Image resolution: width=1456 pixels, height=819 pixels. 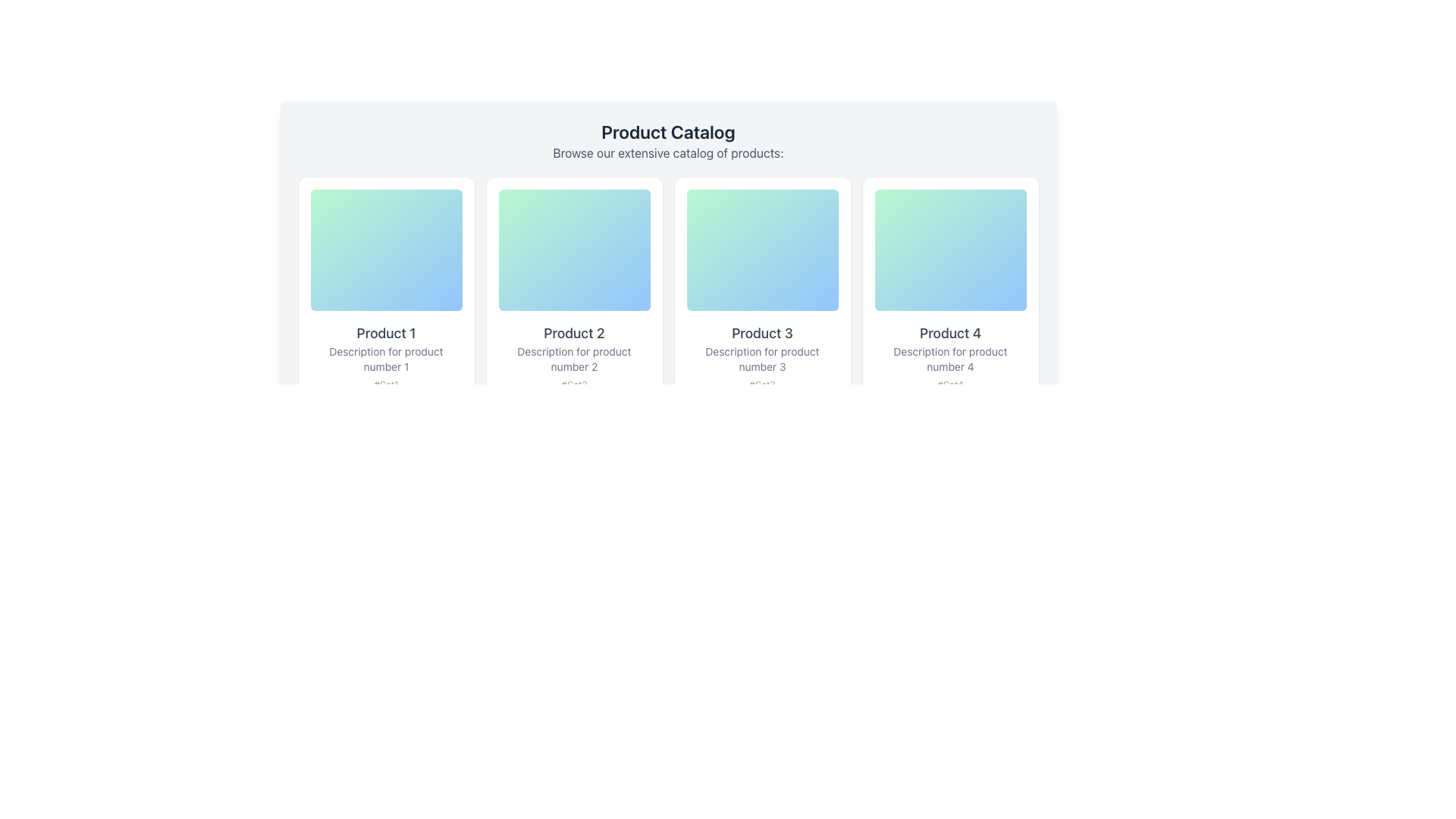 What do you see at coordinates (386, 291) in the screenshot?
I see `the first product card in the catalog` at bounding box center [386, 291].